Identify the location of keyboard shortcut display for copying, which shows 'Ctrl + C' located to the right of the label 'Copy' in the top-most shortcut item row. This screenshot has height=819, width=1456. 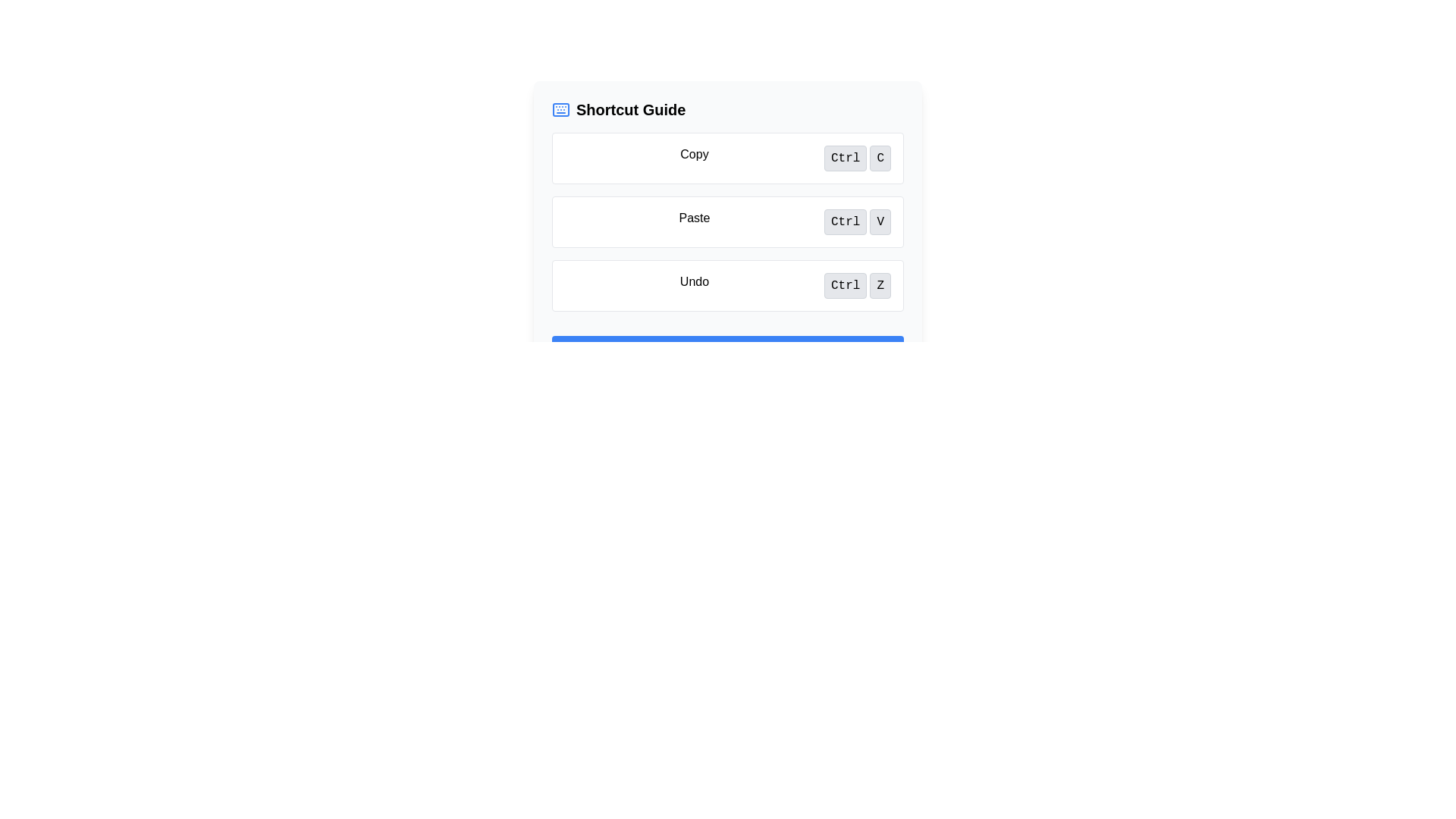
(858, 158).